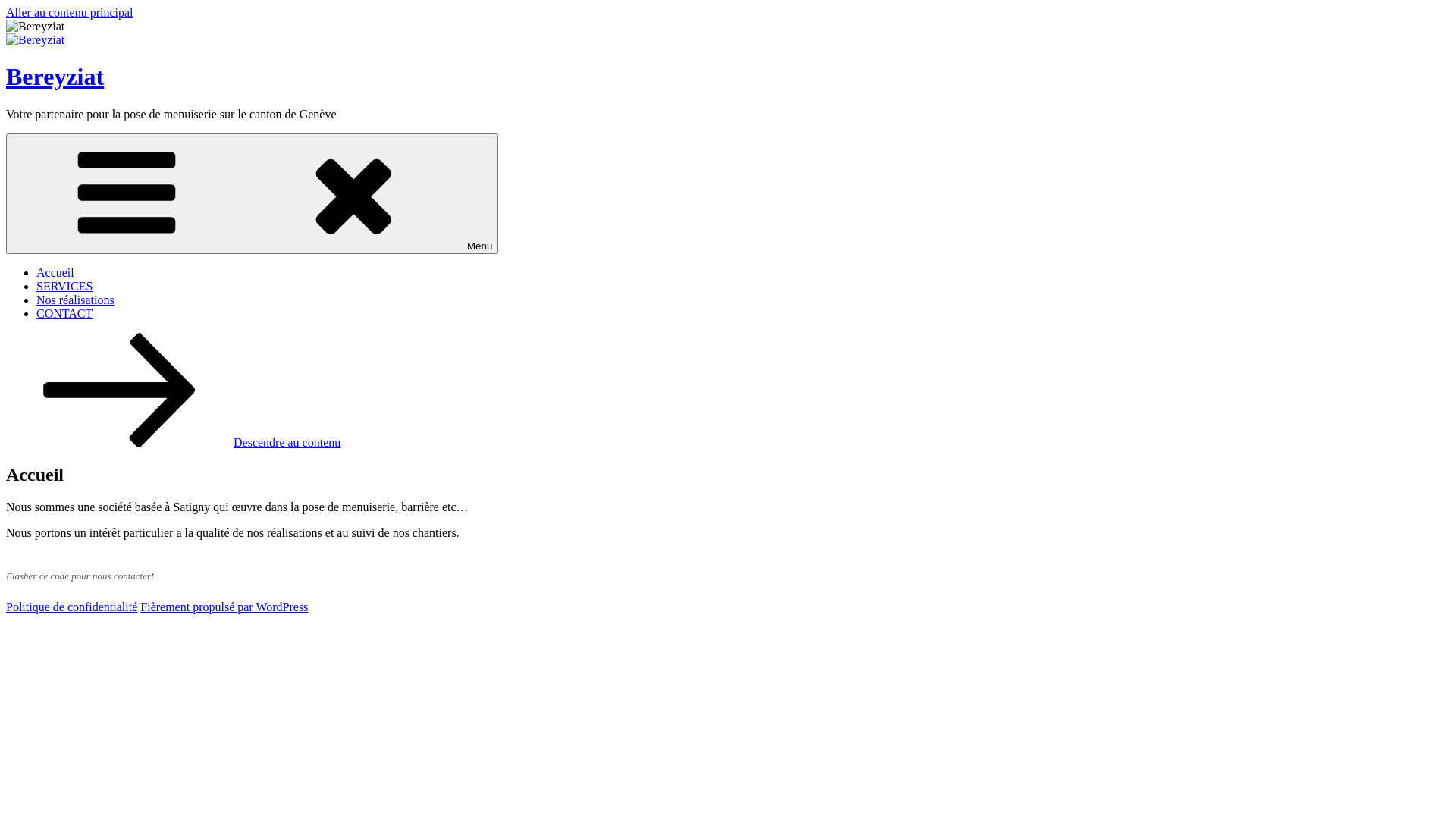 Image resolution: width=1456 pixels, height=819 pixels. What do you see at coordinates (252, 193) in the screenshot?
I see `'Menu'` at bounding box center [252, 193].